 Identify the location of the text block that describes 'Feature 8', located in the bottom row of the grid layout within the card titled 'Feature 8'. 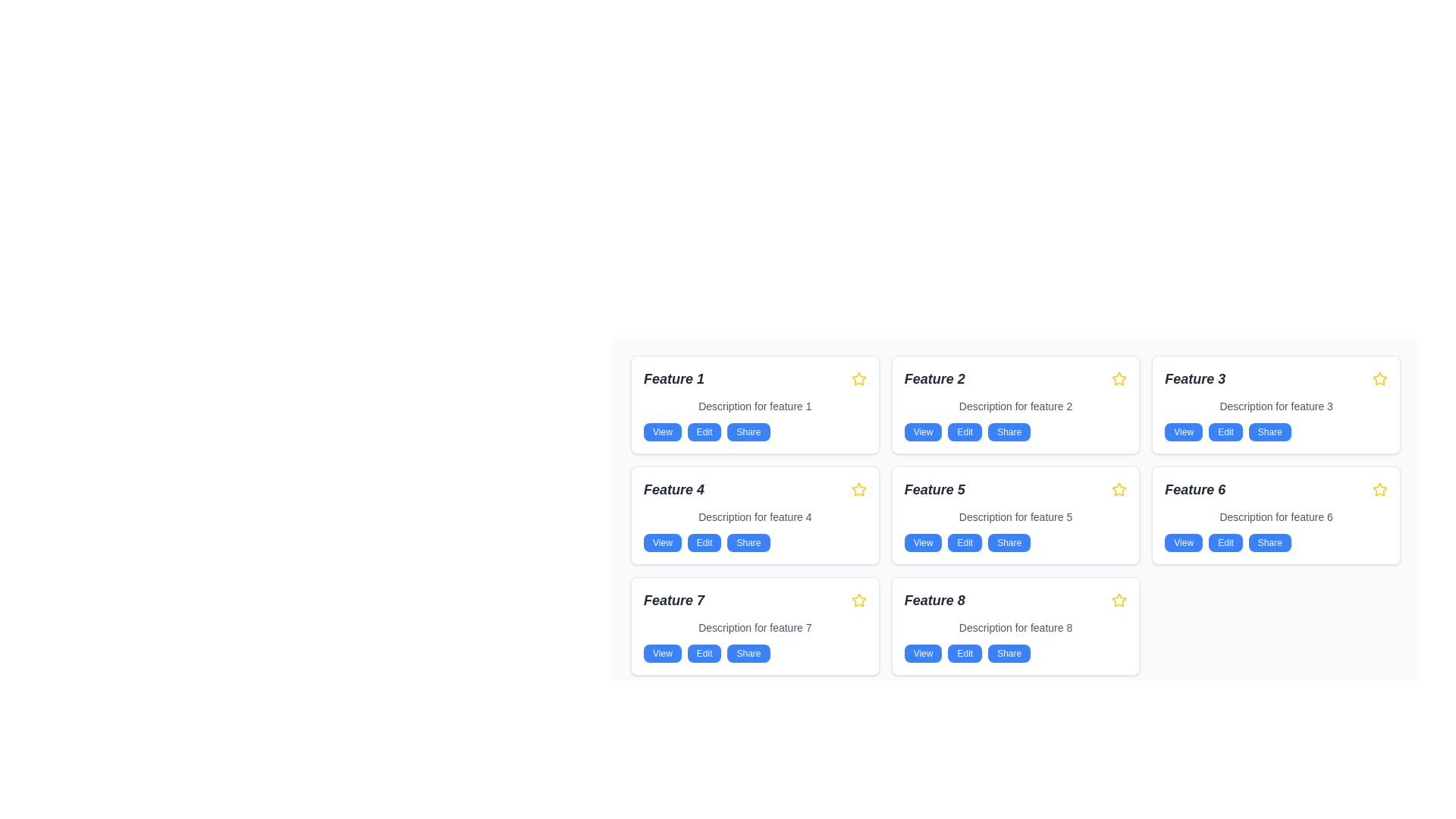
(1015, 628).